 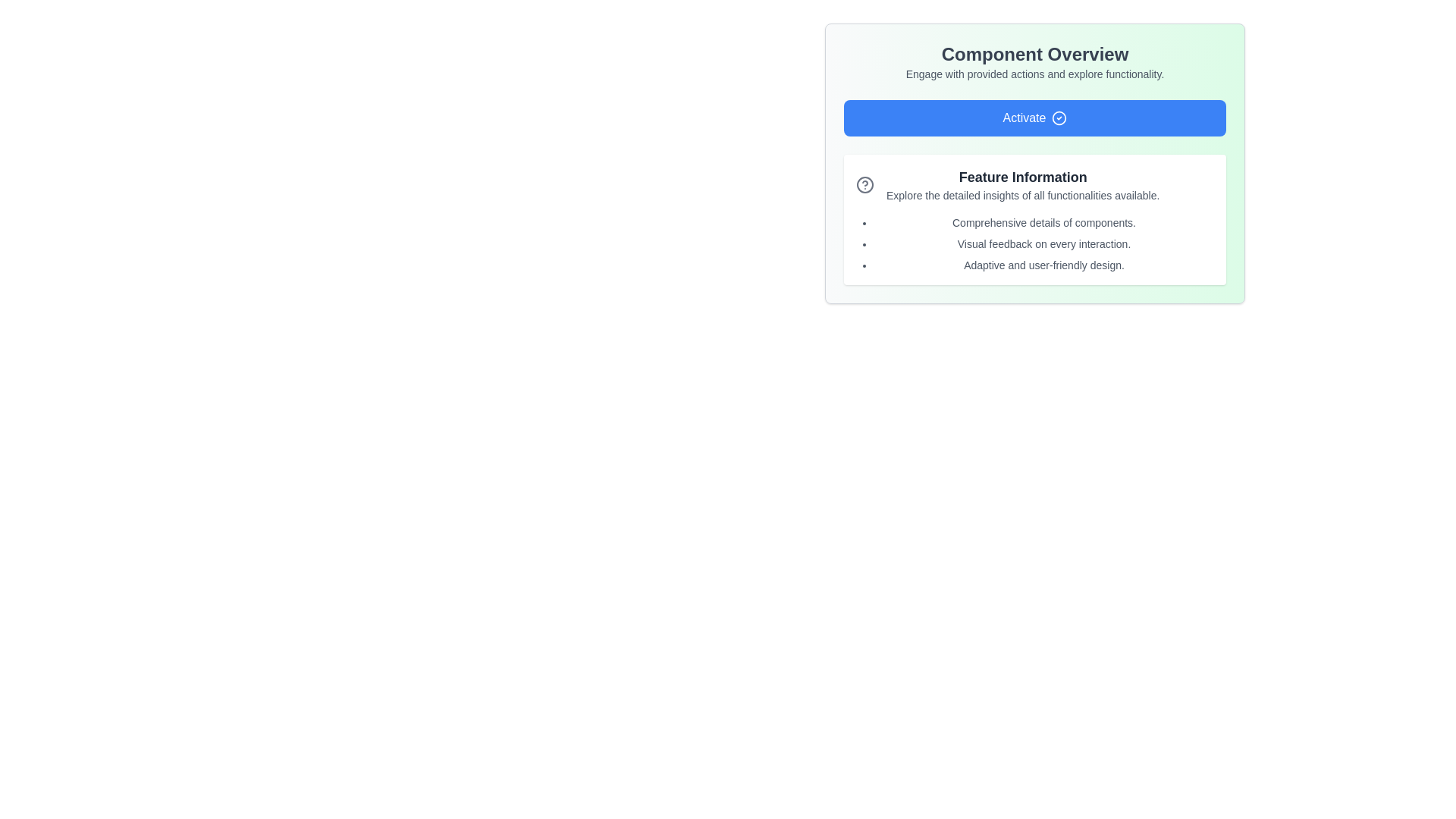 What do you see at coordinates (1043, 265) in the screenshot?
I see `text of the third bulleted item in the 'Feature Information' section, which provides an informational description related to application features` at bounding box center [1043, 265].